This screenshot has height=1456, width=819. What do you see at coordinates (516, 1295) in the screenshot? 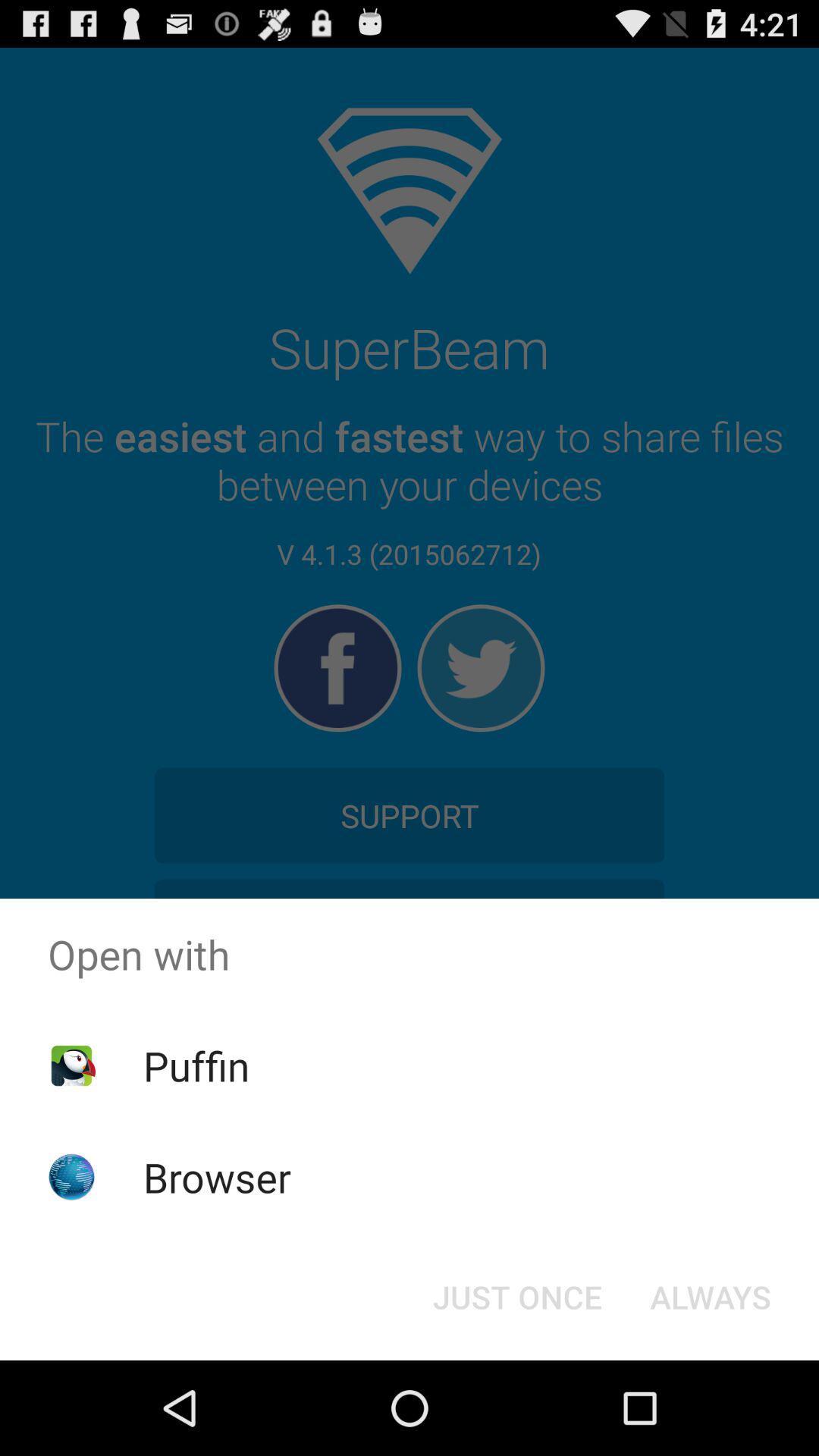
I see `the just once icon` at bounding box center [516, 1295].